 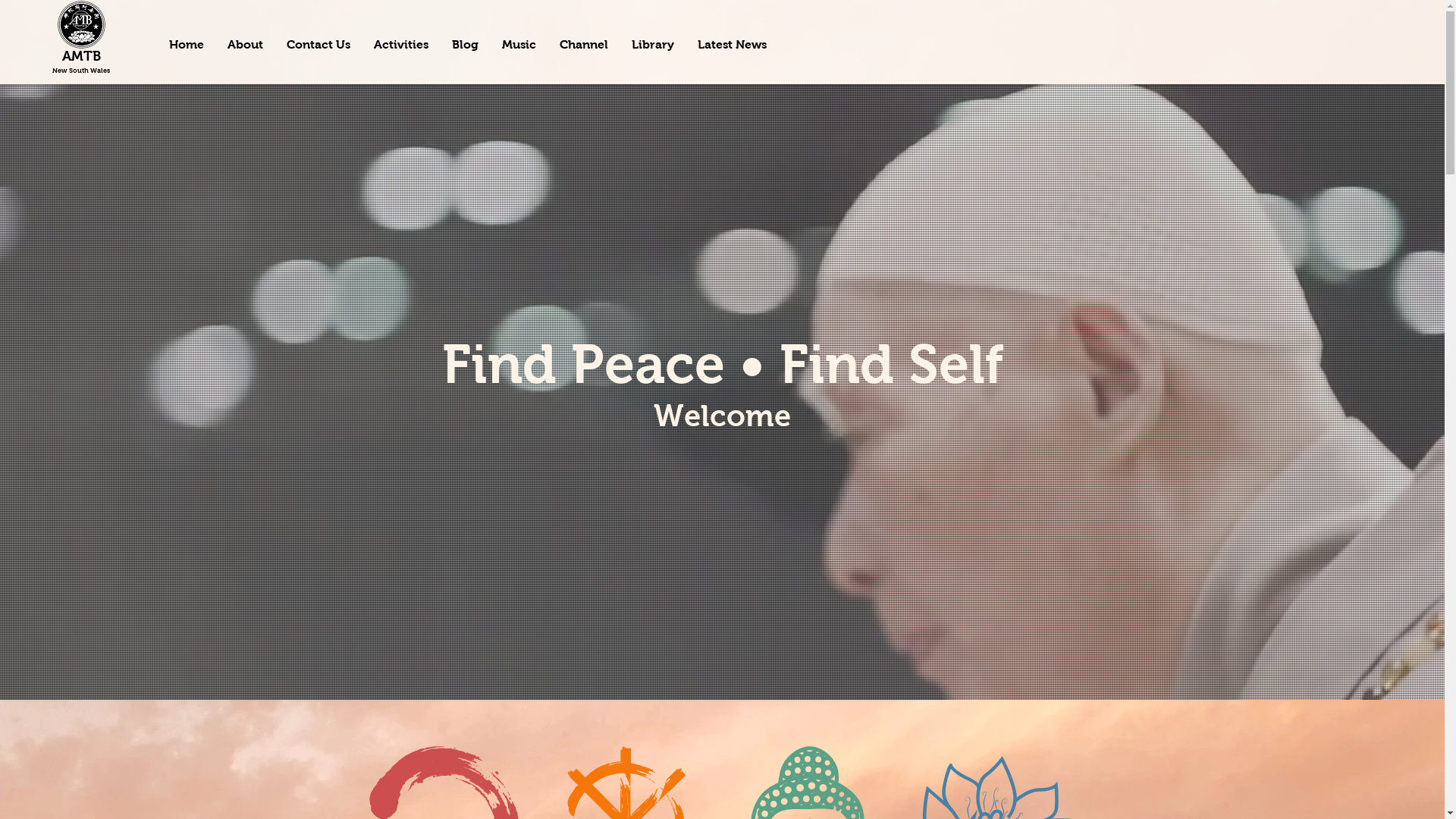 I want to click on 'Music', so click(x=519, y=43).